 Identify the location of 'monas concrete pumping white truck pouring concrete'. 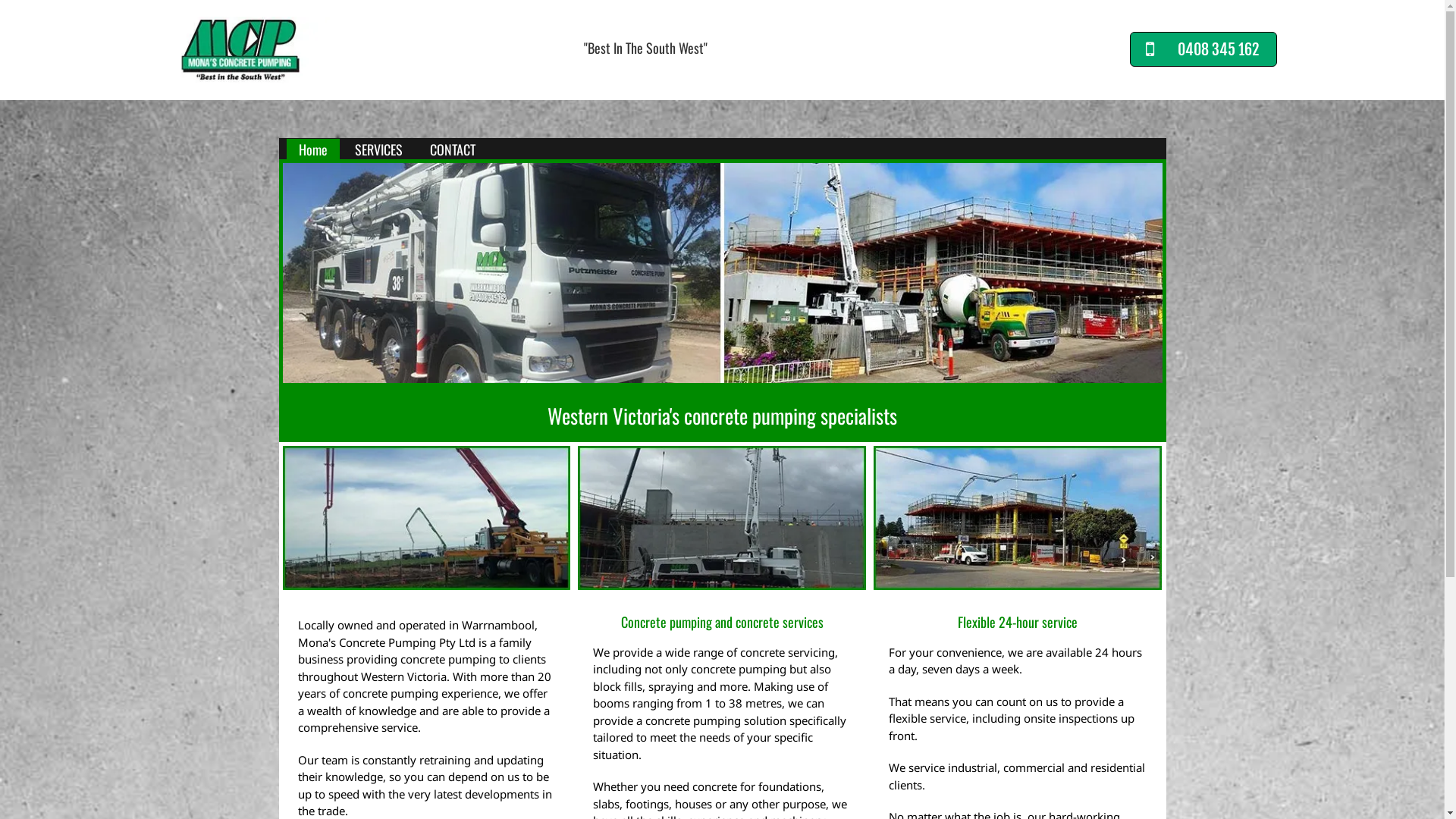
(720, 516).